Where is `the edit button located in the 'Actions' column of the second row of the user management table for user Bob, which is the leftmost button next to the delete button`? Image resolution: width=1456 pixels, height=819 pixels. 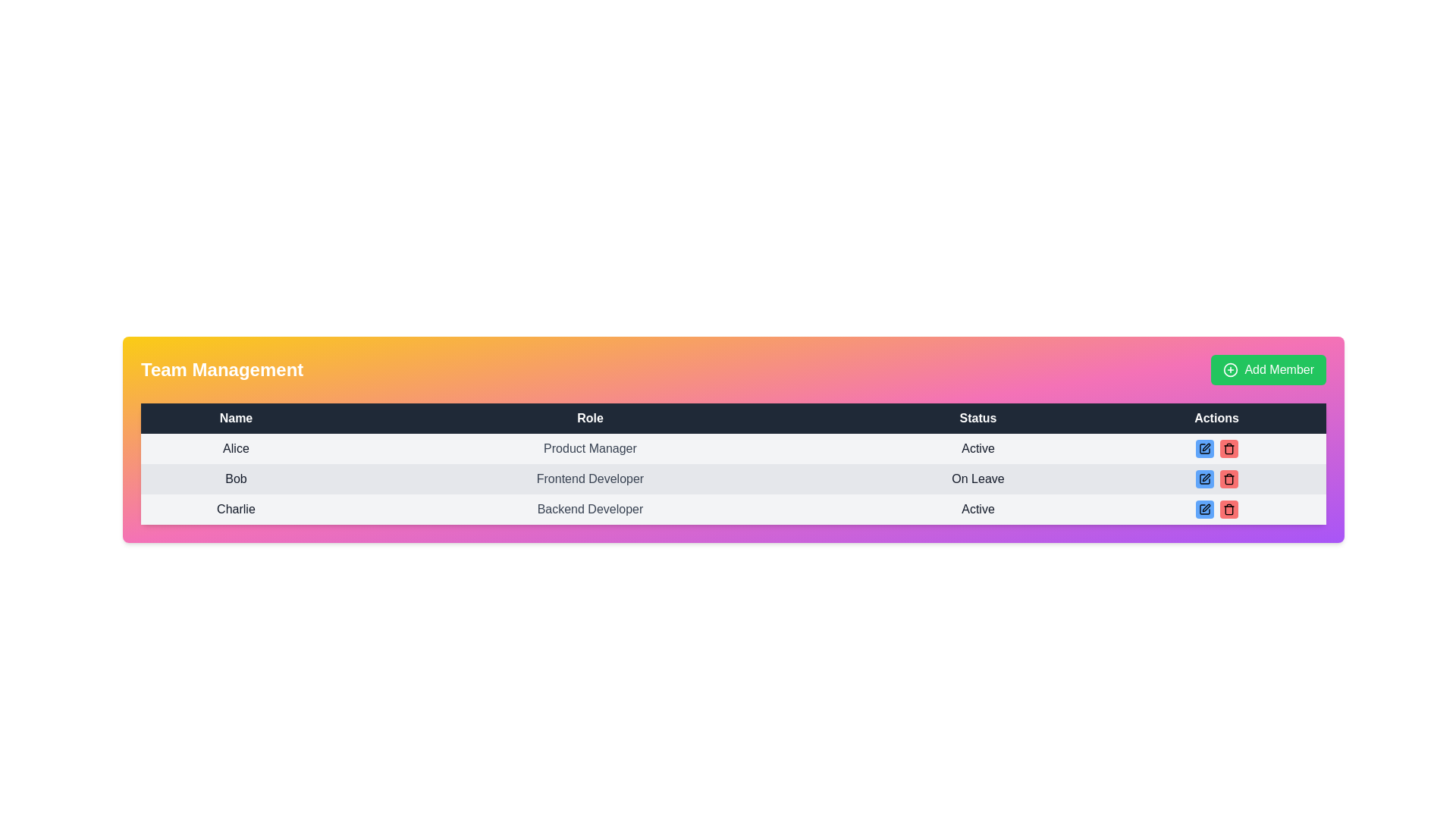
the edit button located in the 'Actions' column of the second row of the user management table for user Bob, which is the leftmost button next to the delete button is located at coordinates (1203, 479).